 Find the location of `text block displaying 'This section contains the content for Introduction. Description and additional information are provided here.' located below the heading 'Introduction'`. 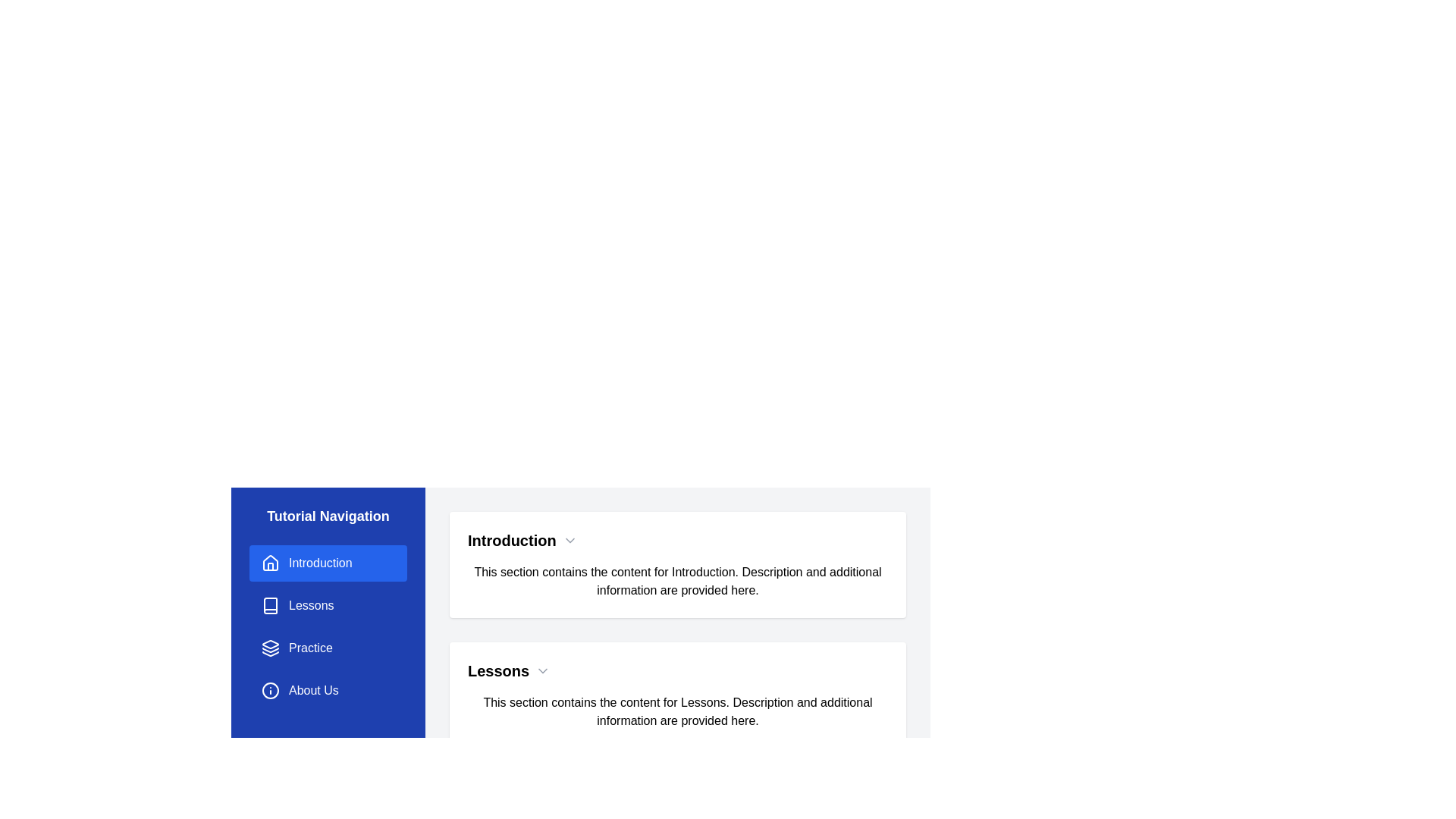

text block displaying 'This section contains the content for Introduction. Description and additional information are provided here.' located below the heading 'Introduction' is located at coordinates (676, 581).